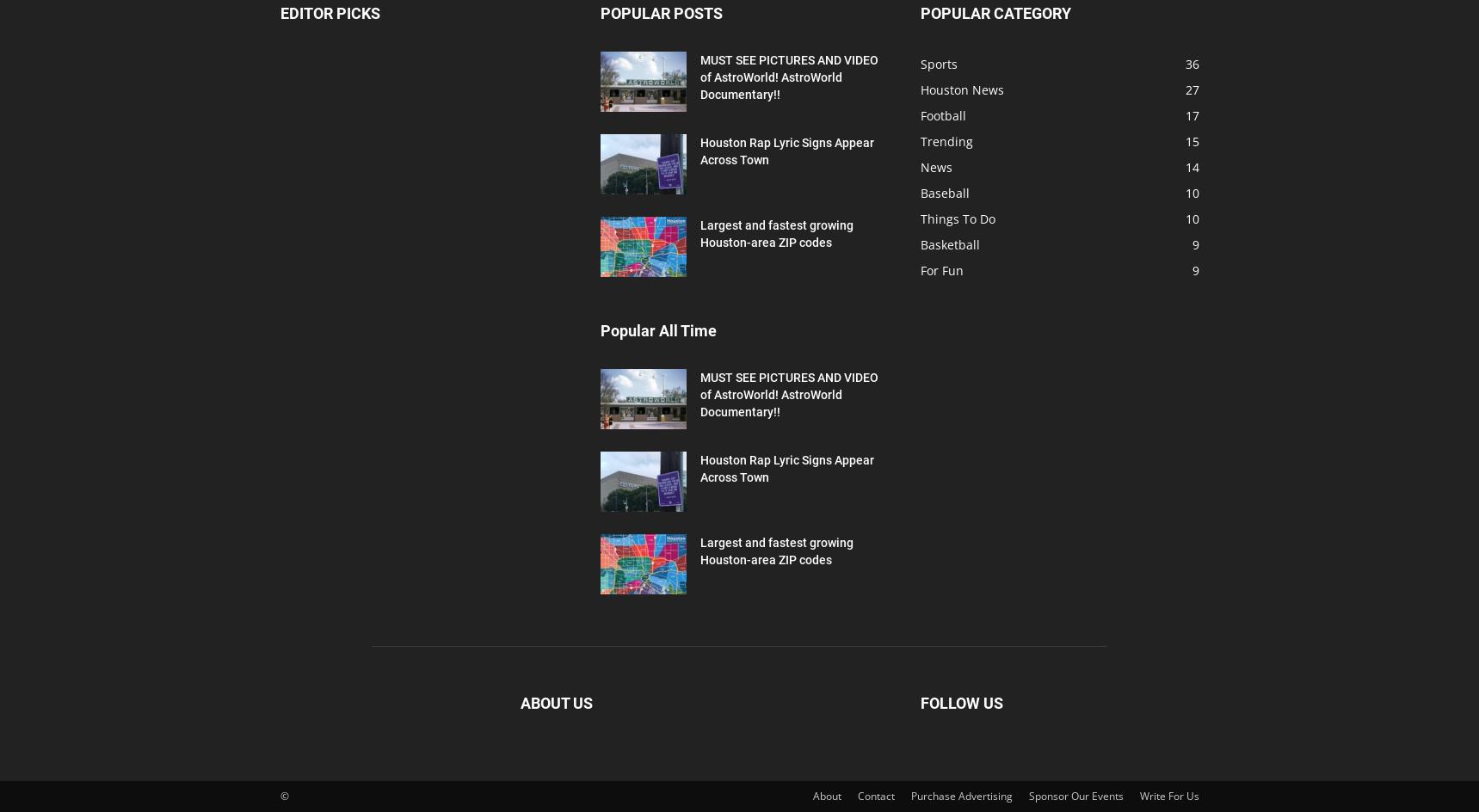 The image size is (1479, 812). What do you see at coordinates (661, 13) in the screenshot?
I see `'POPULAR POSTS'` at bounding box center [661, 13].